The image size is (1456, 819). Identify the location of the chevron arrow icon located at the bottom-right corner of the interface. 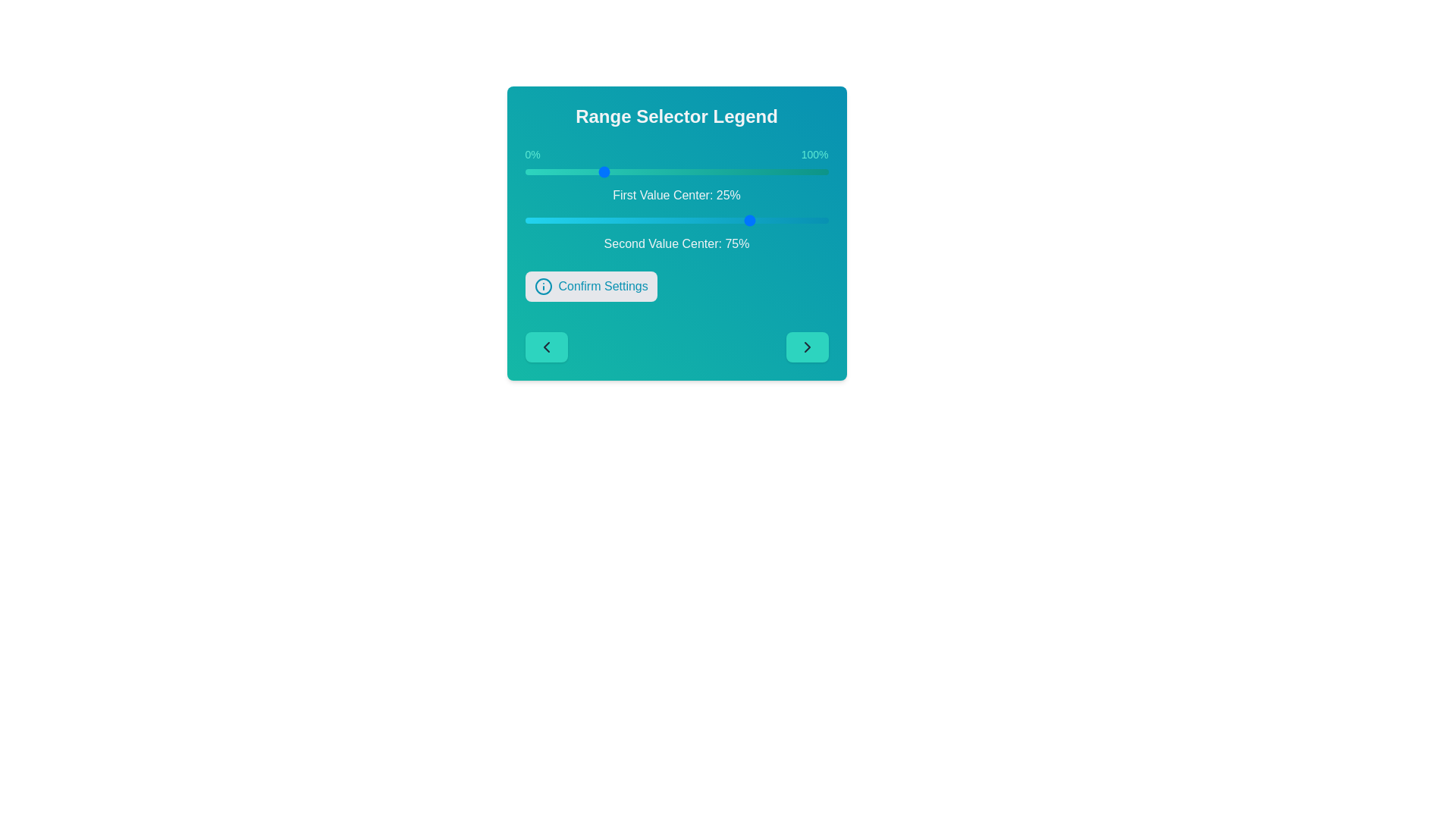
(806, 347).